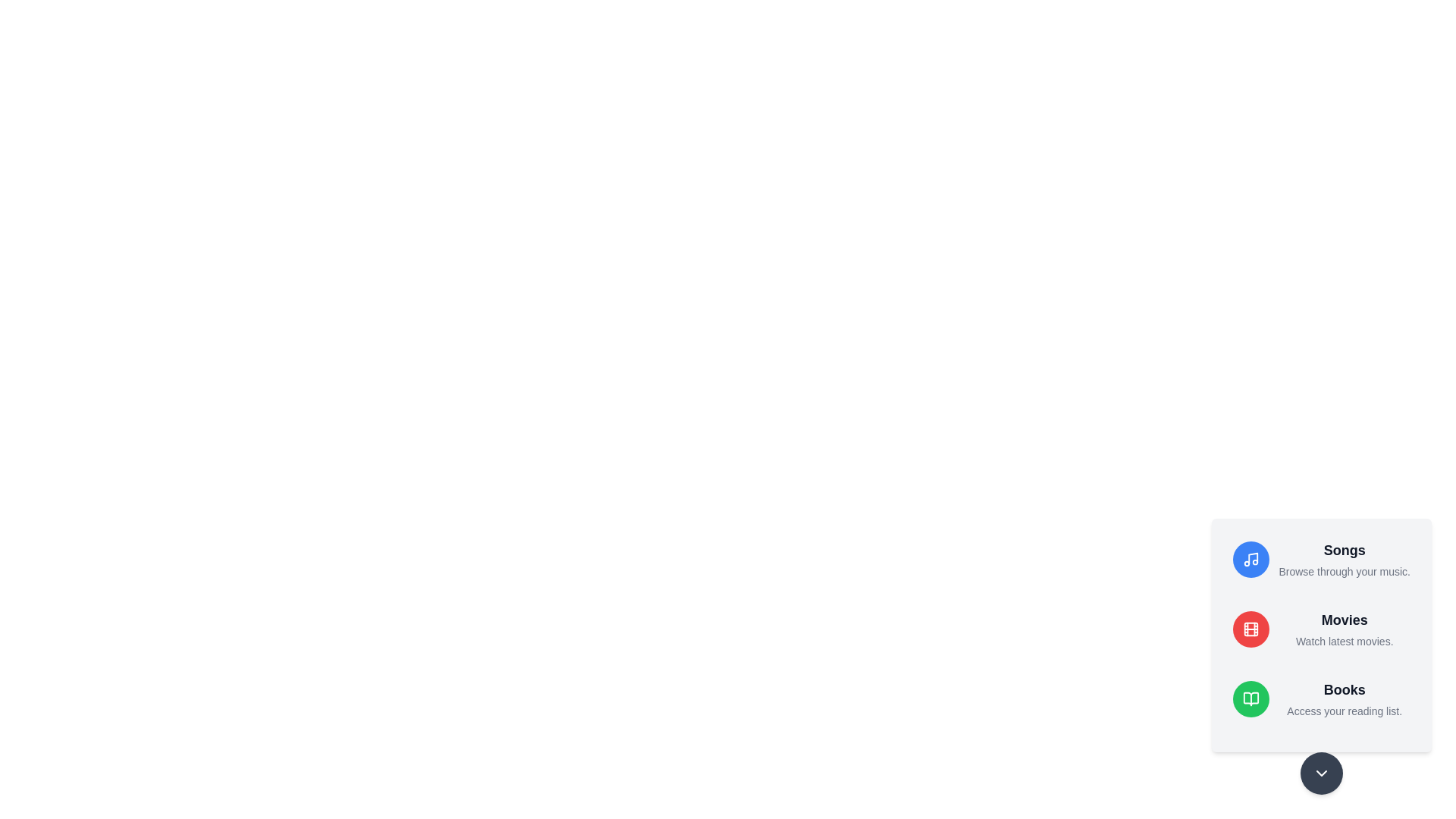 The image size is (1456, 819). What do you see at coordinates (1320, 629) in the screenshot?
I see `the media option Movies to read its description` at bounding box center [1320, 629].